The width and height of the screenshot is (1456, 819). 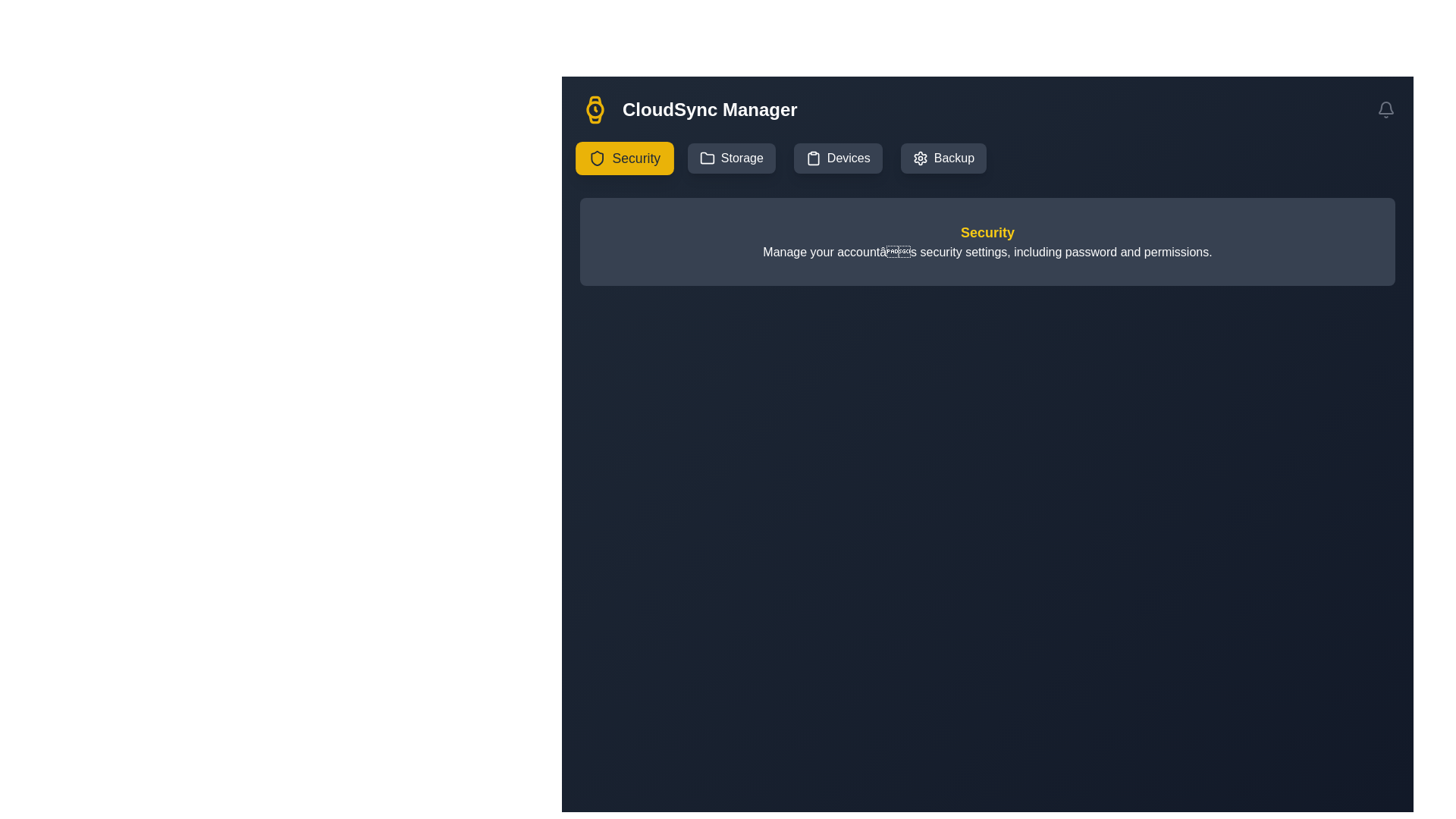 What do you see at coordinates (987, 158) in the screenshot?
I see `the item in the Horizontal Navigation Bar located beneath the title 'CloudSync Manager'` at bounding box center [987, 158].